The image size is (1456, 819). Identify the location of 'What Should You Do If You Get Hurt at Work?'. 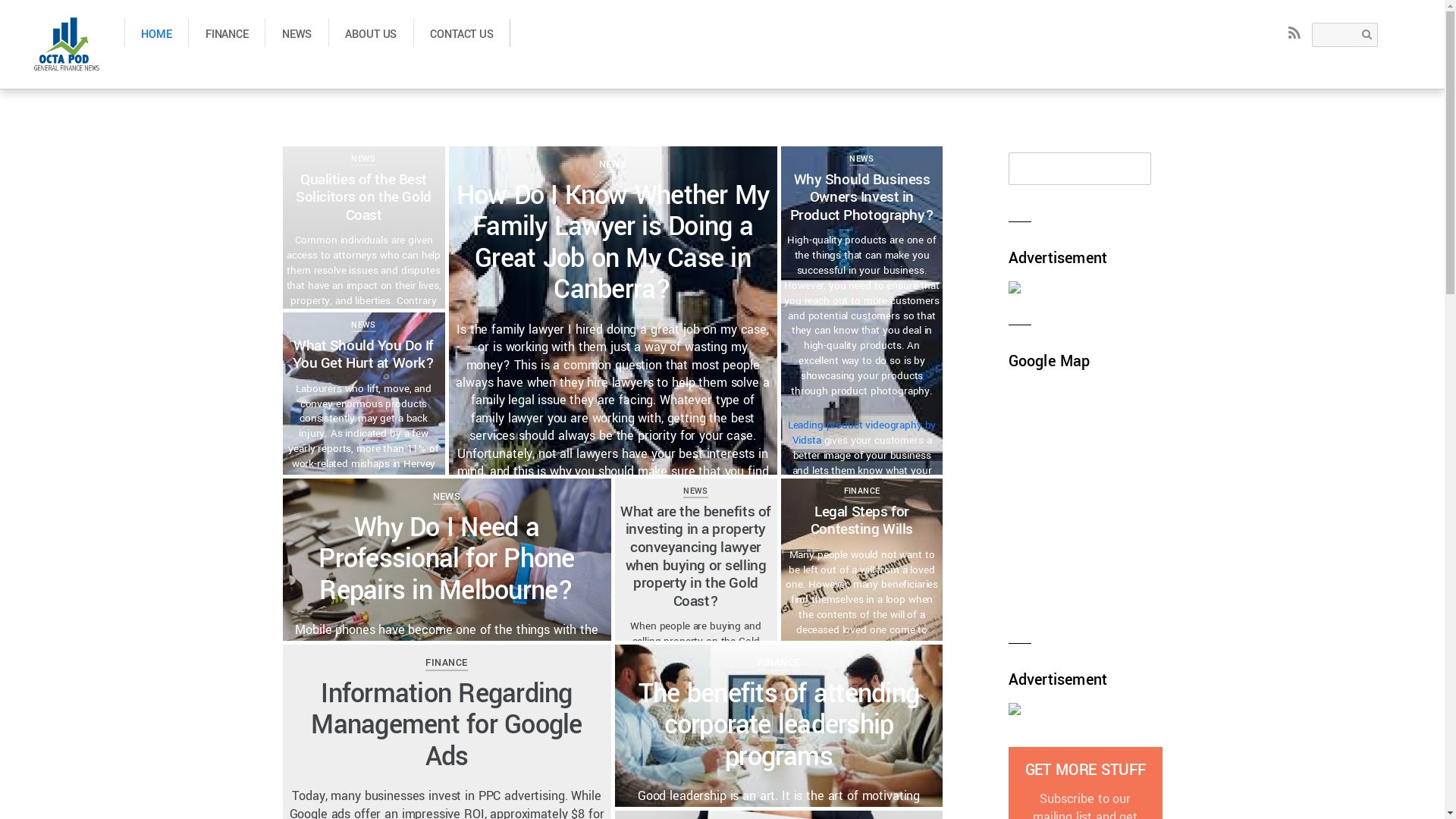
(362, 354).